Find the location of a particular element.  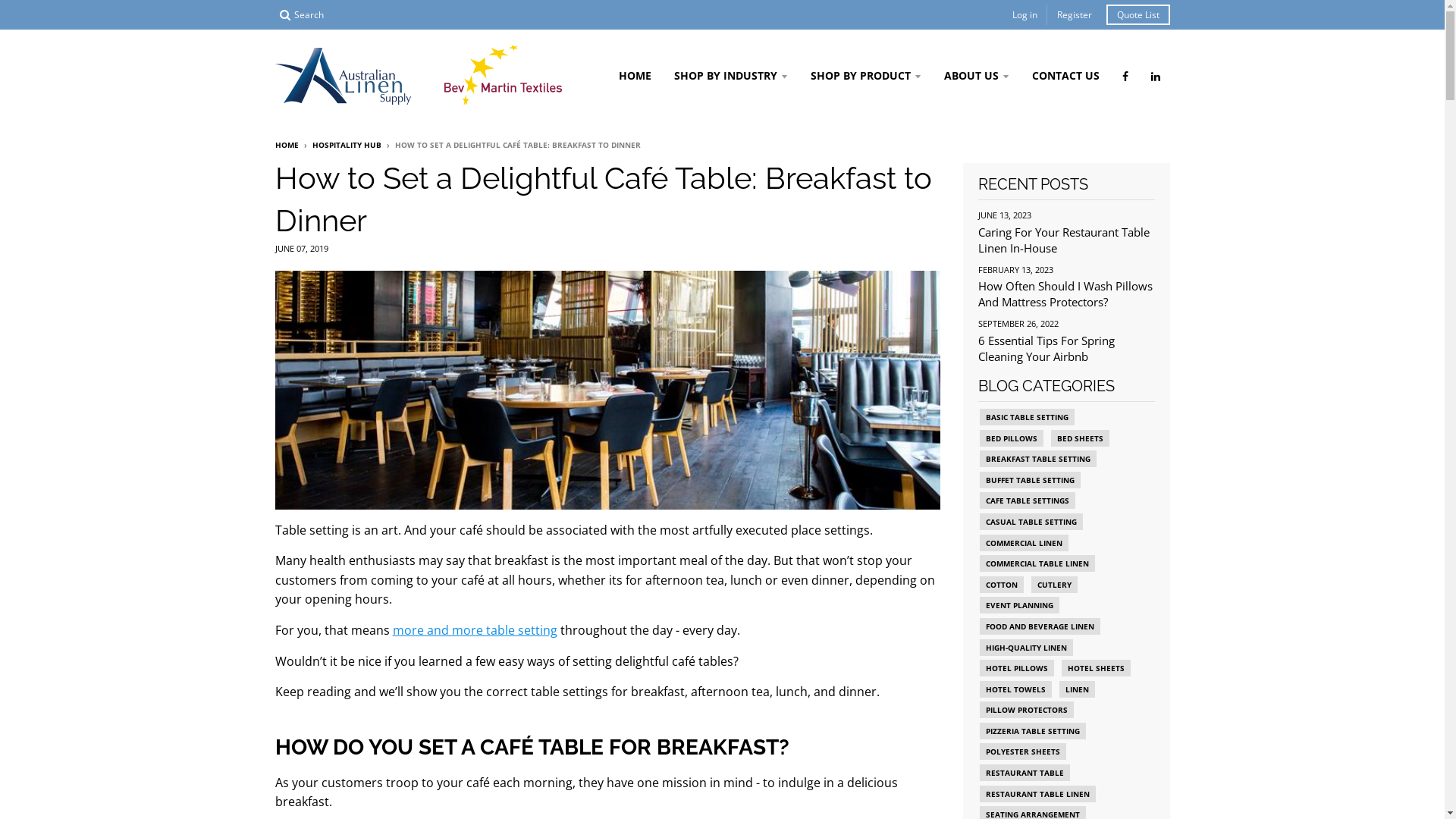

'Search' is located at coordinates (301, 14).